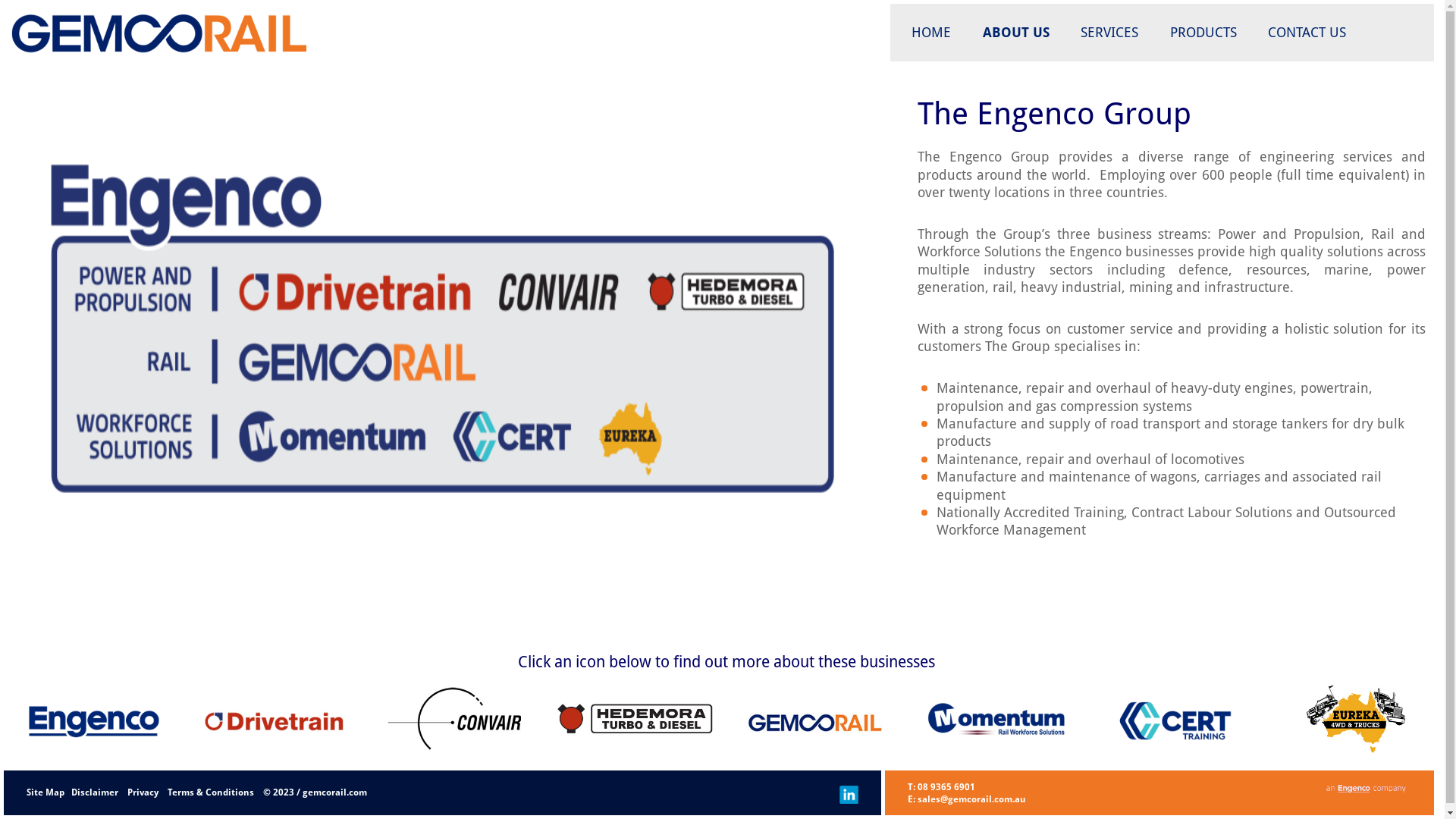 This screenshot has width=1456, height=819. Describe the element at coordinates (1202, 32) in the screenshot. I see `'PRODUCTS'` at that location.